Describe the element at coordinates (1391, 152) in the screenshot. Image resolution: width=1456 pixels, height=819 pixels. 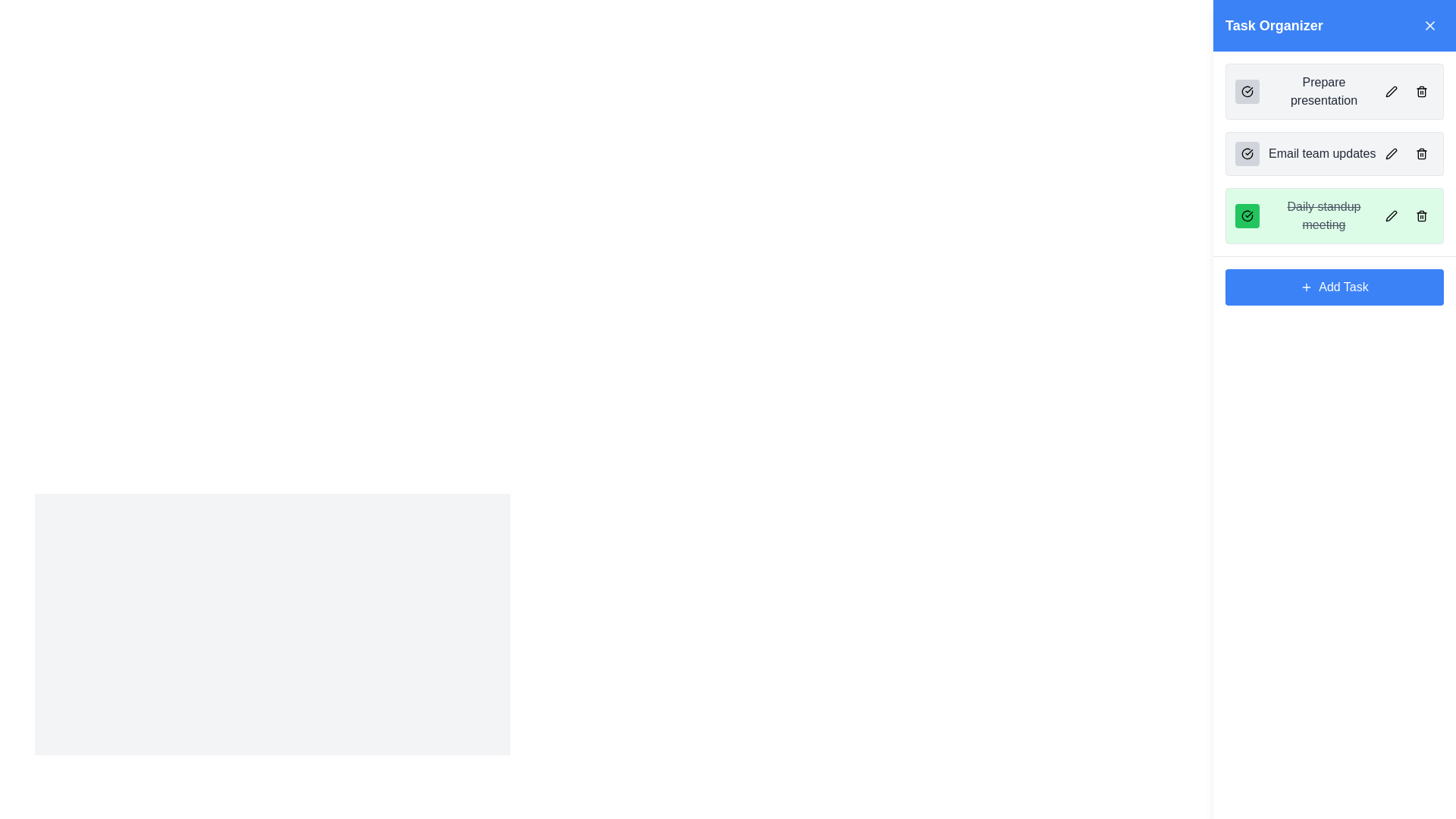
I see `the pen icon button next to the 'Email team updates' task` at that location.